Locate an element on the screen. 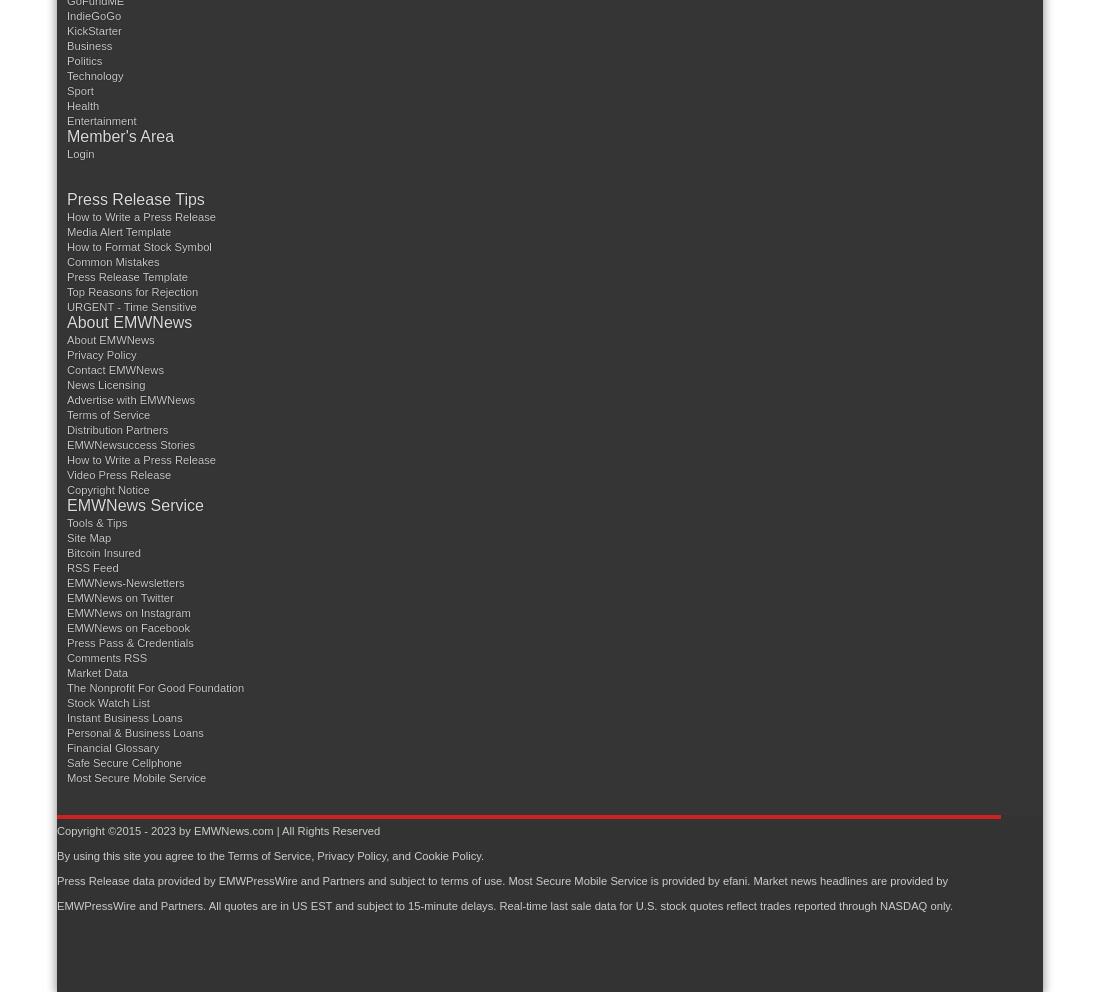  'Cookie Policy' is located at coordinates (413, 854).